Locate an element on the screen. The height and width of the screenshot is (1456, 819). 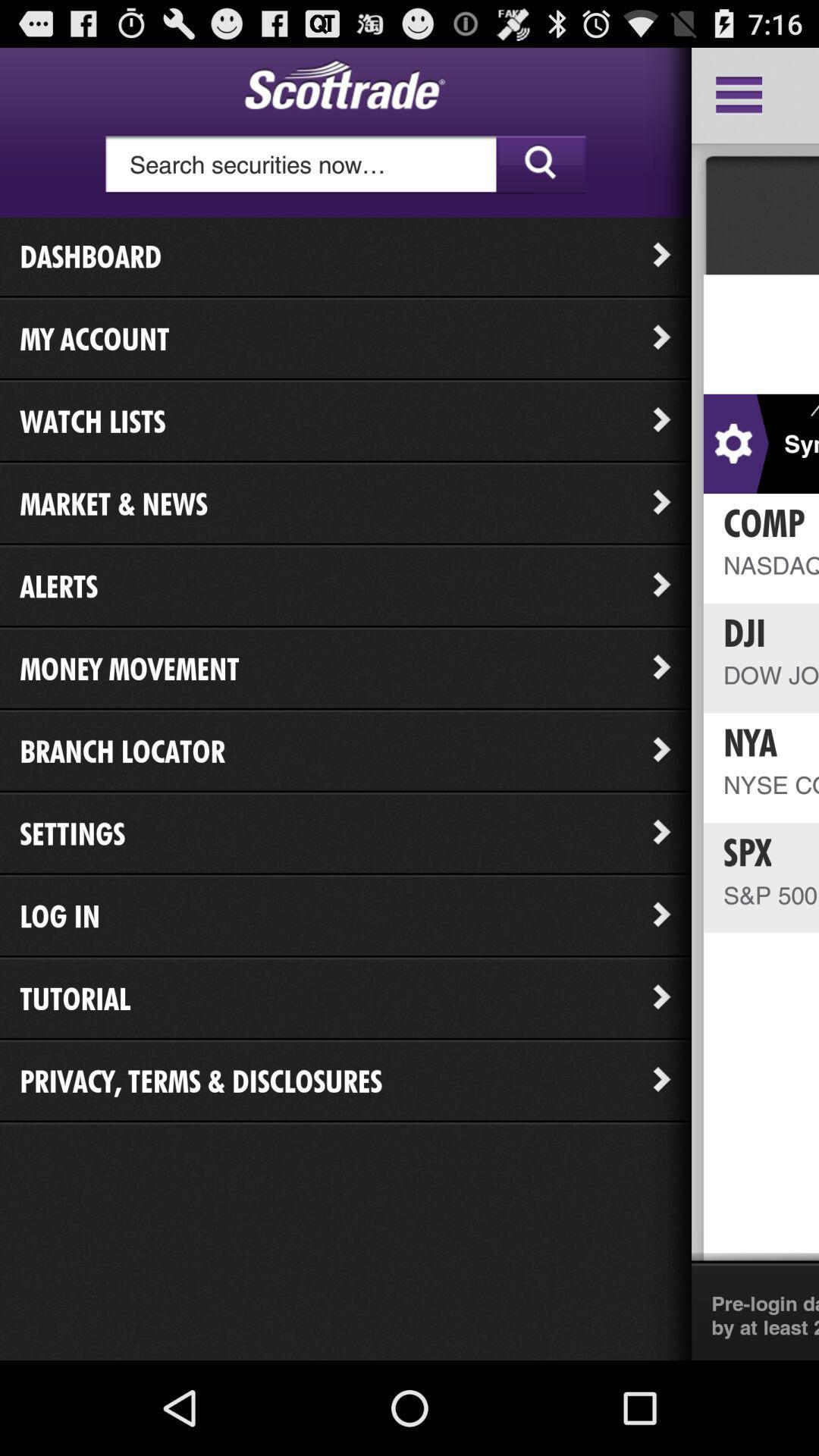
search securities is located at coordinates (345, 165).